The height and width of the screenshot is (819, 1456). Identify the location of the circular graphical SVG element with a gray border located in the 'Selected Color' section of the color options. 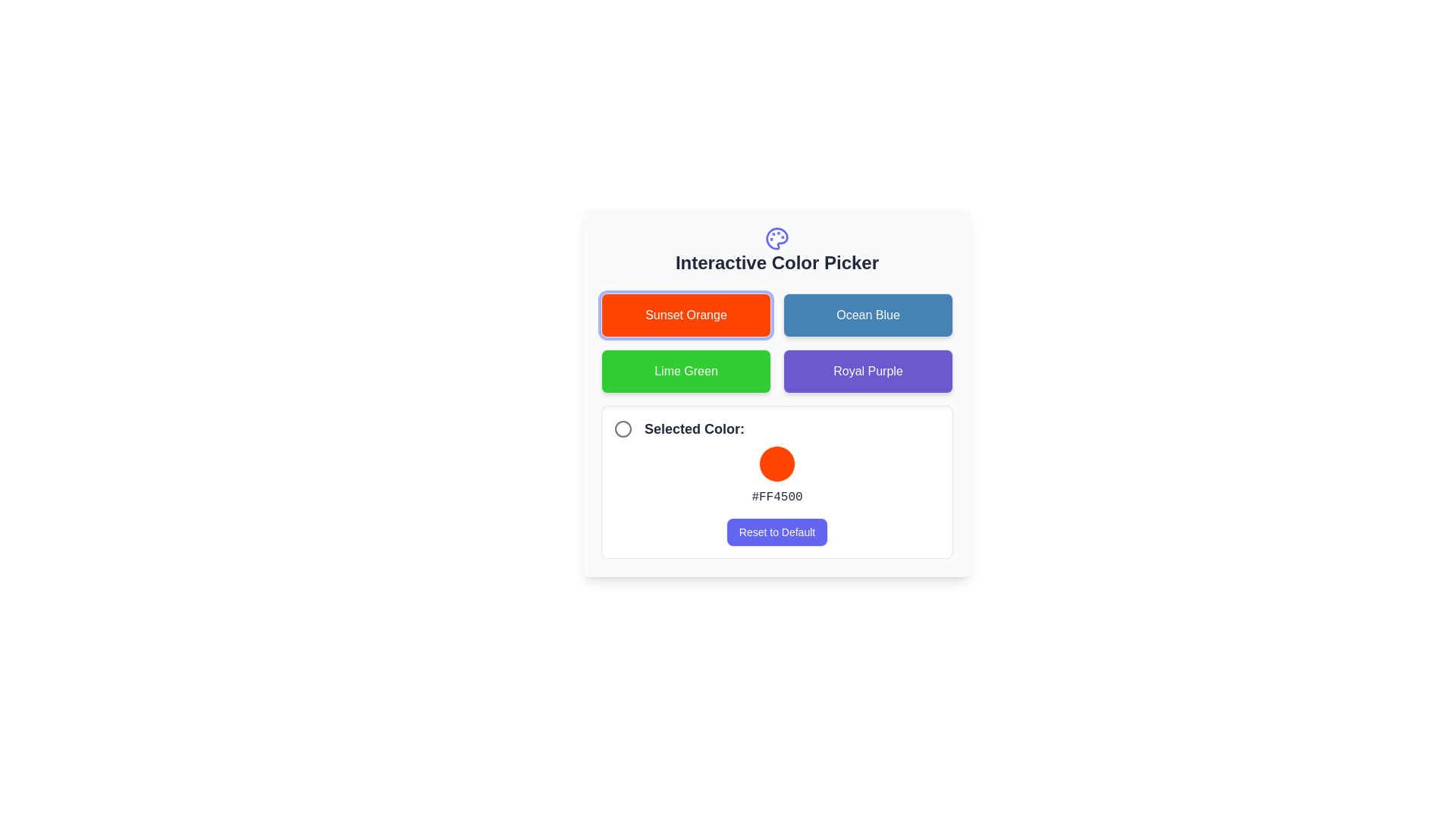
(623, 429).